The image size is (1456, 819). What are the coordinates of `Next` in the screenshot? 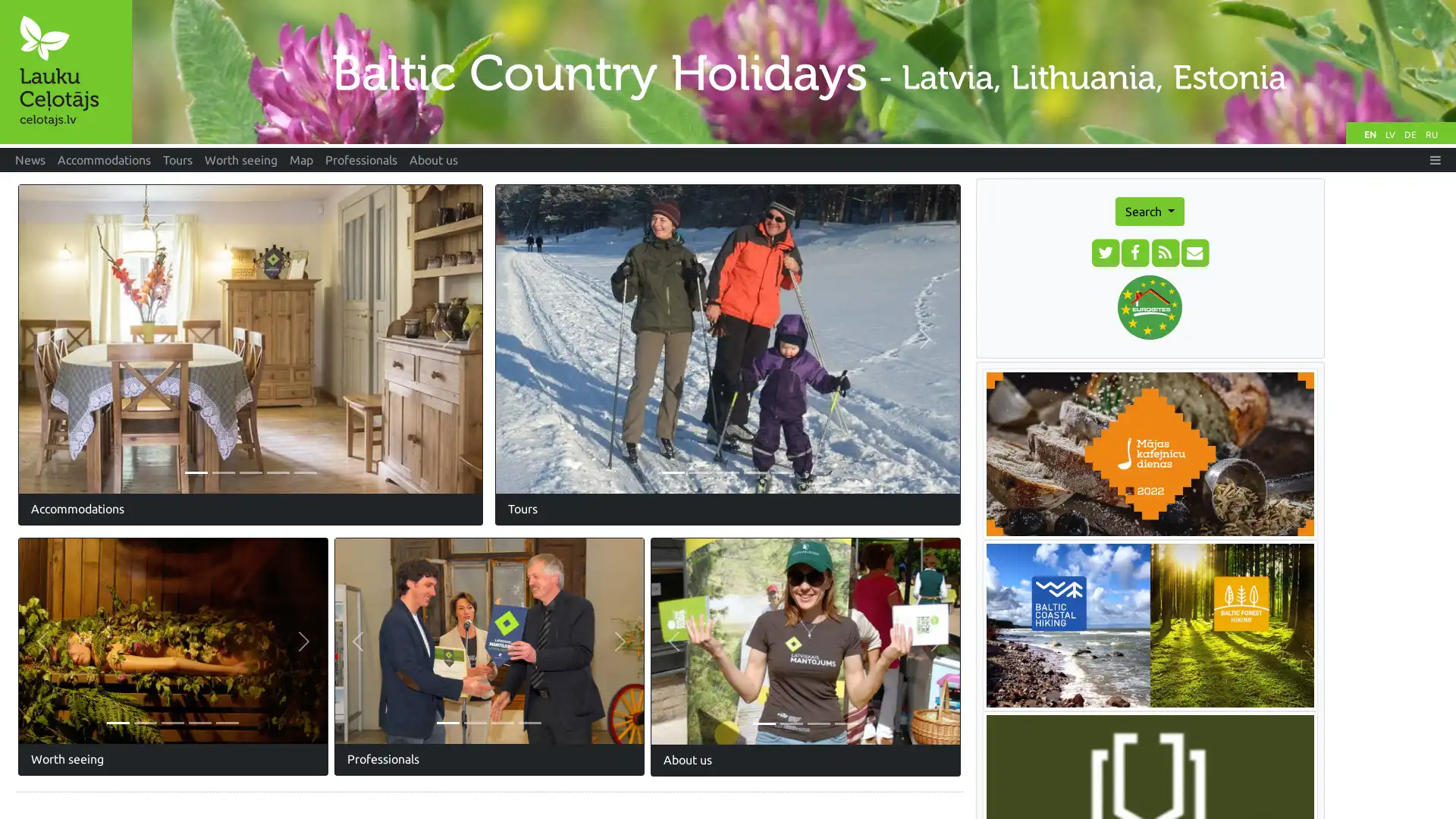 It's located at (924, 338).